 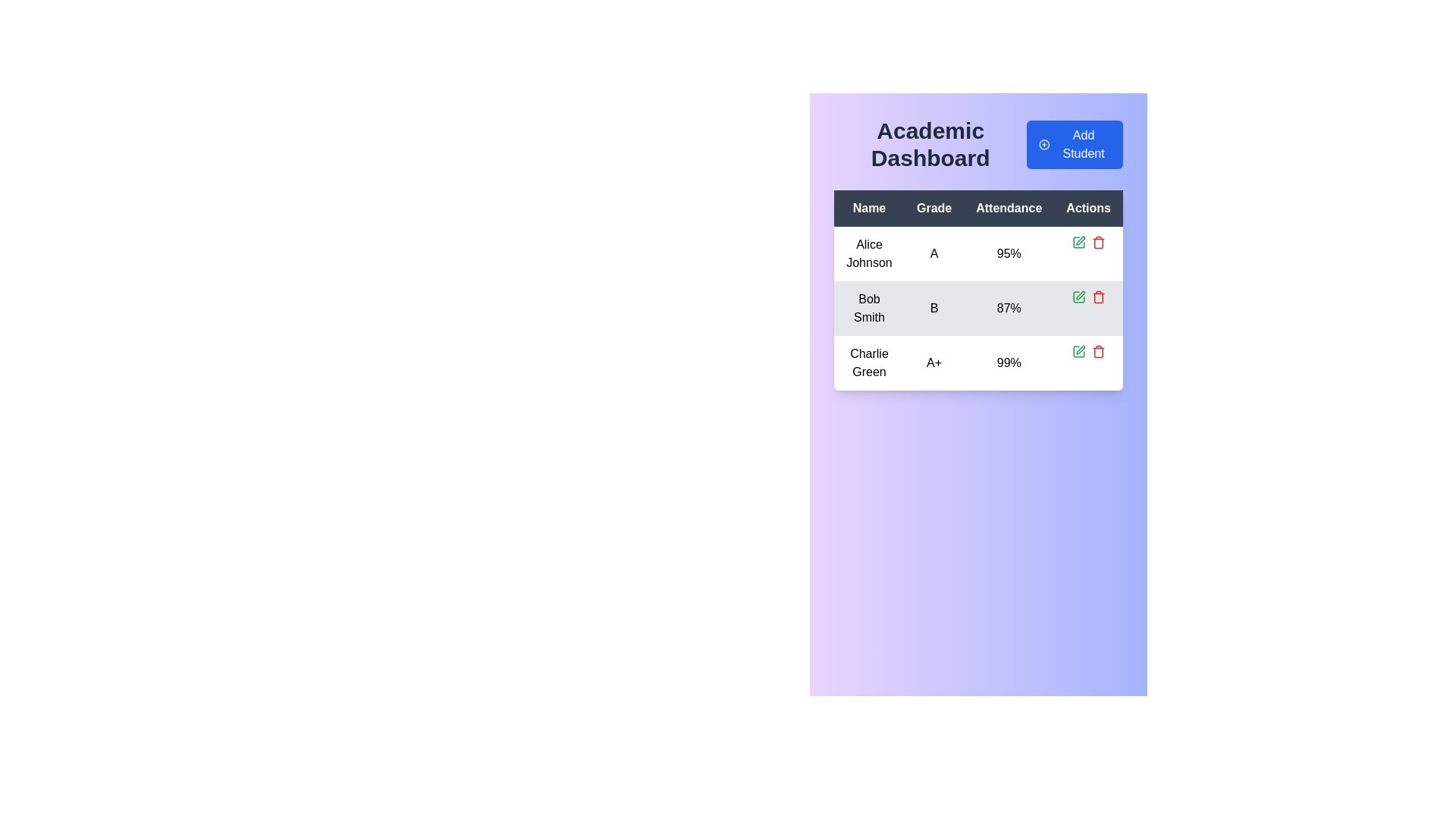 What do you see at coordinates (1074, 145) in the screenshot?
I see `the button located in the top-right corner of the interface, to the right of the 'Academic Dashboard' text` at bounding box center [1074, 145].